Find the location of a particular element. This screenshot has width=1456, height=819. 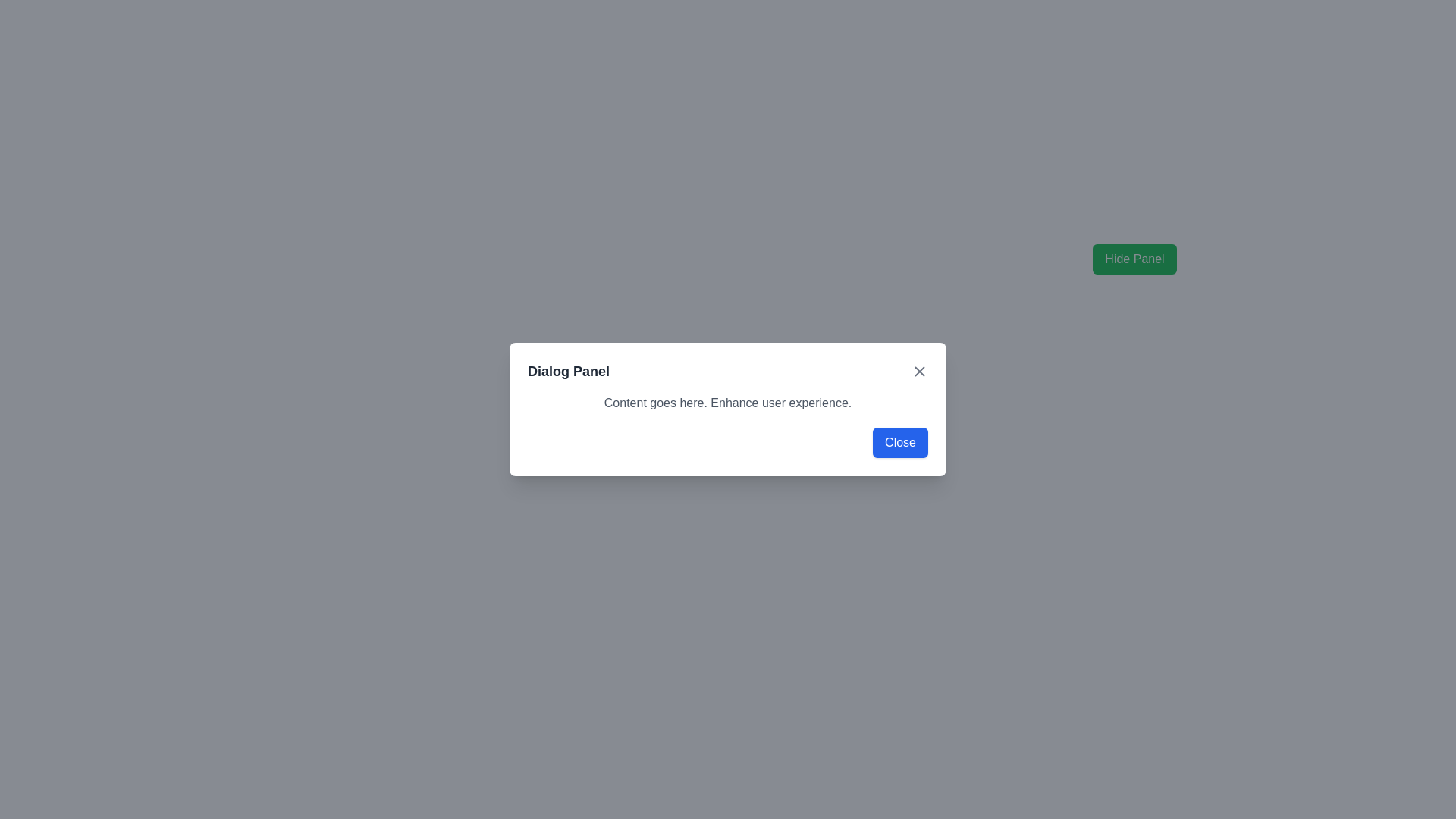

the text display element that shows the message 'Content goes here. Enhance user experience.' located centrally within the dialog panel, positioned between the title 'Dialog Panel' and the 'Close' button is located at coordinates (728, 403).